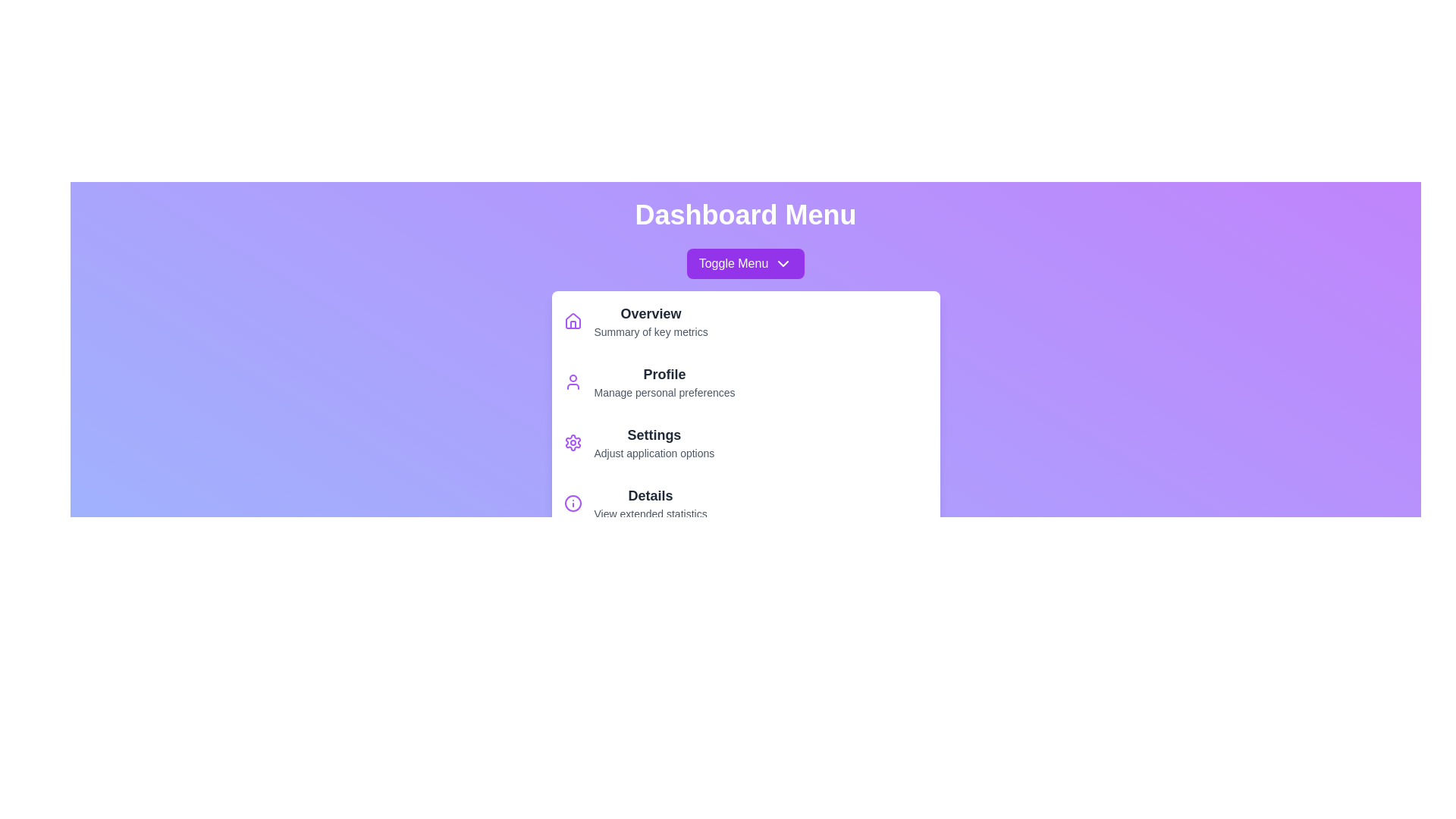 This screenshot has width=1456, height=819. What do you see at coordinates (745, 321) in the screenshot?
I see `the menu item Overview from the menu` at bounding box center [745, 321].